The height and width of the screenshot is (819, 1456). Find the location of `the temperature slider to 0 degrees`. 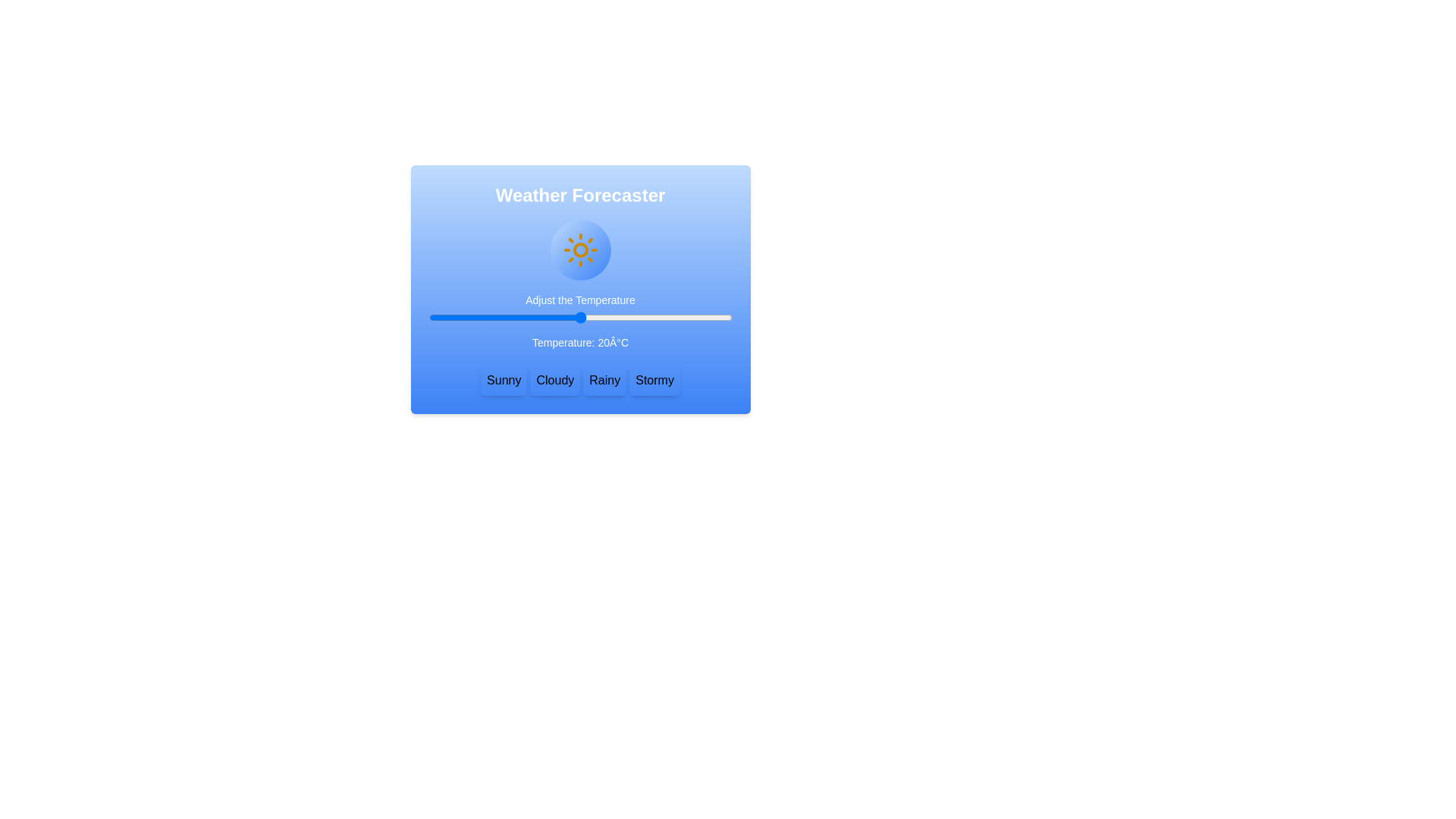

the temperature slider to 0 degrees is located at coordinates (479, 317).